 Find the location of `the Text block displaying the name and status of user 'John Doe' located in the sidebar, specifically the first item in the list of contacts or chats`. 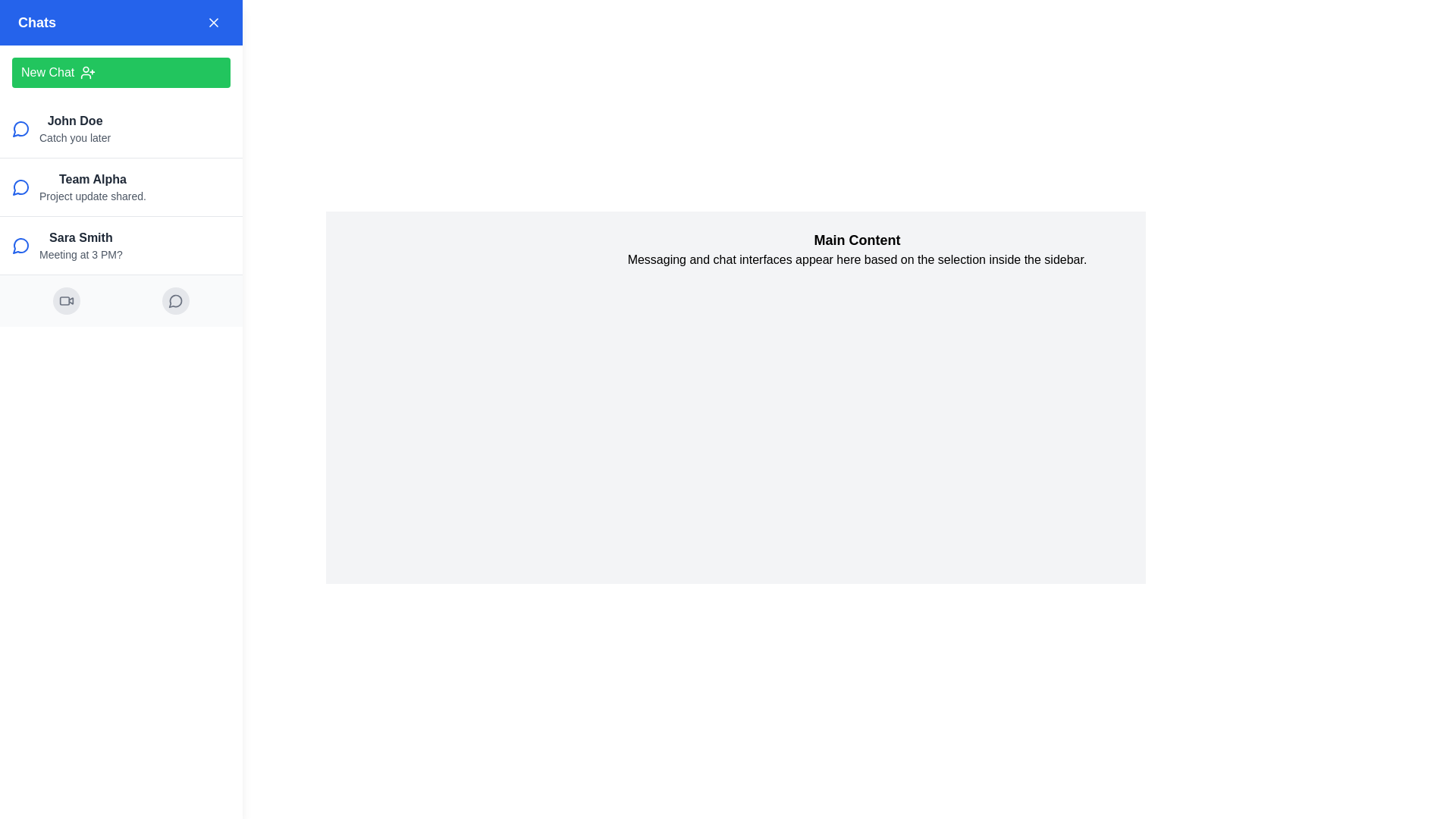

the Text block displaying the name and status of user 'John Doe' located in the sidebar, specifically the first item in the list of contacts or chats is located at coordinates (74, 127).